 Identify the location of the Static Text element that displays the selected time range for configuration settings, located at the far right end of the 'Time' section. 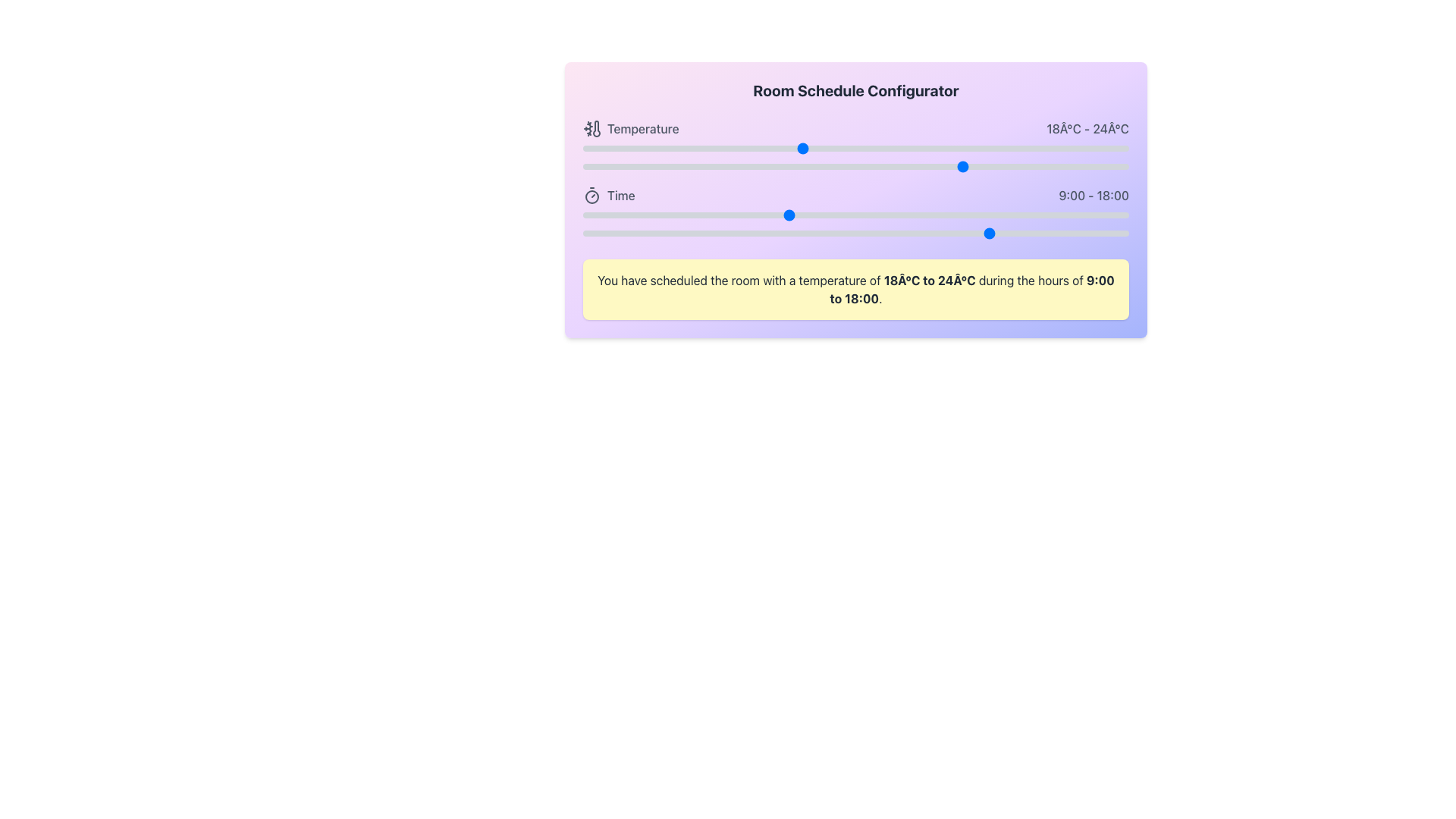
(1094, 195).